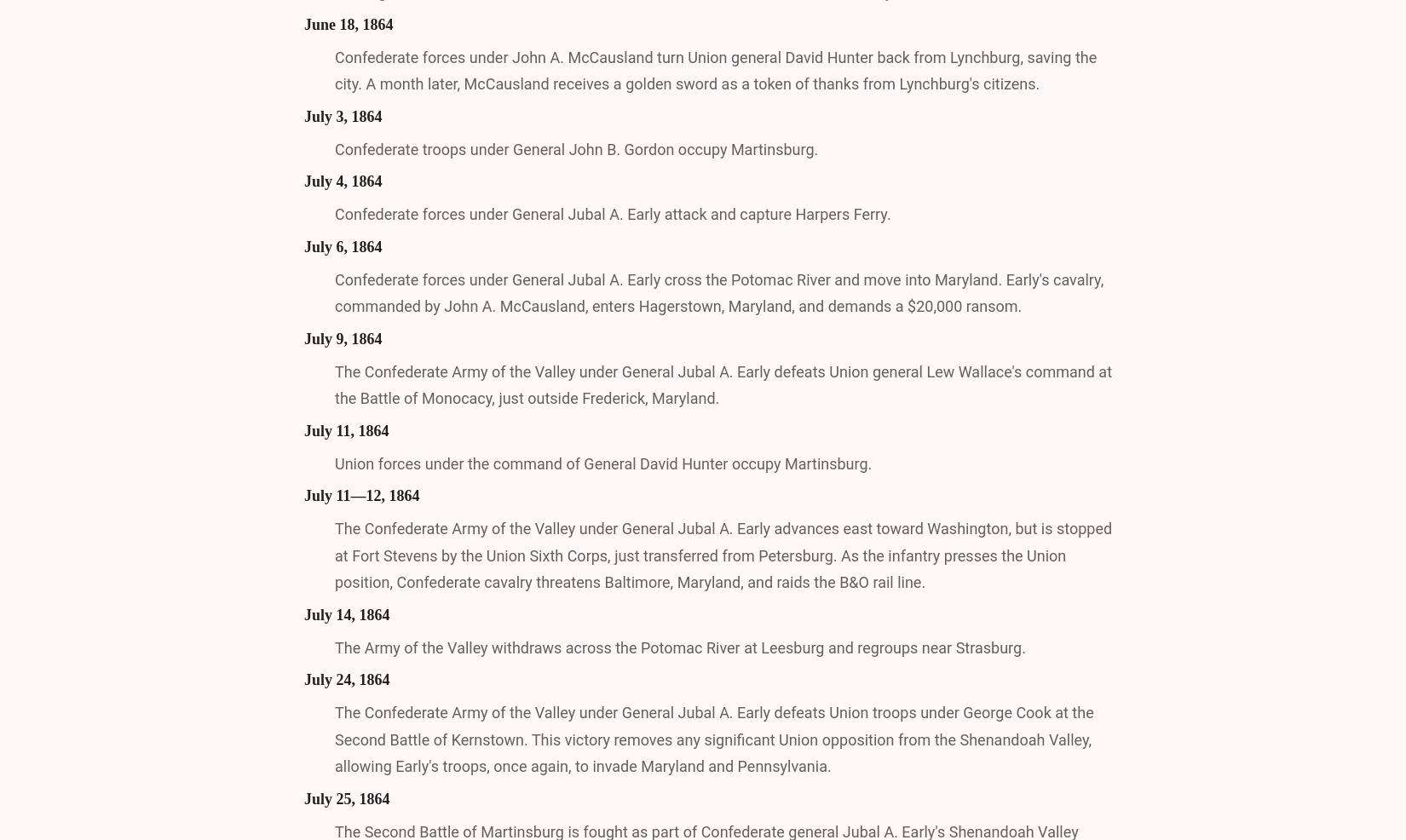 The height and width of the screenshot is (840, 1406). Describe the element at coordinates (347, 613) in the screenshot. I see `'July 14, 1864'` at that location.